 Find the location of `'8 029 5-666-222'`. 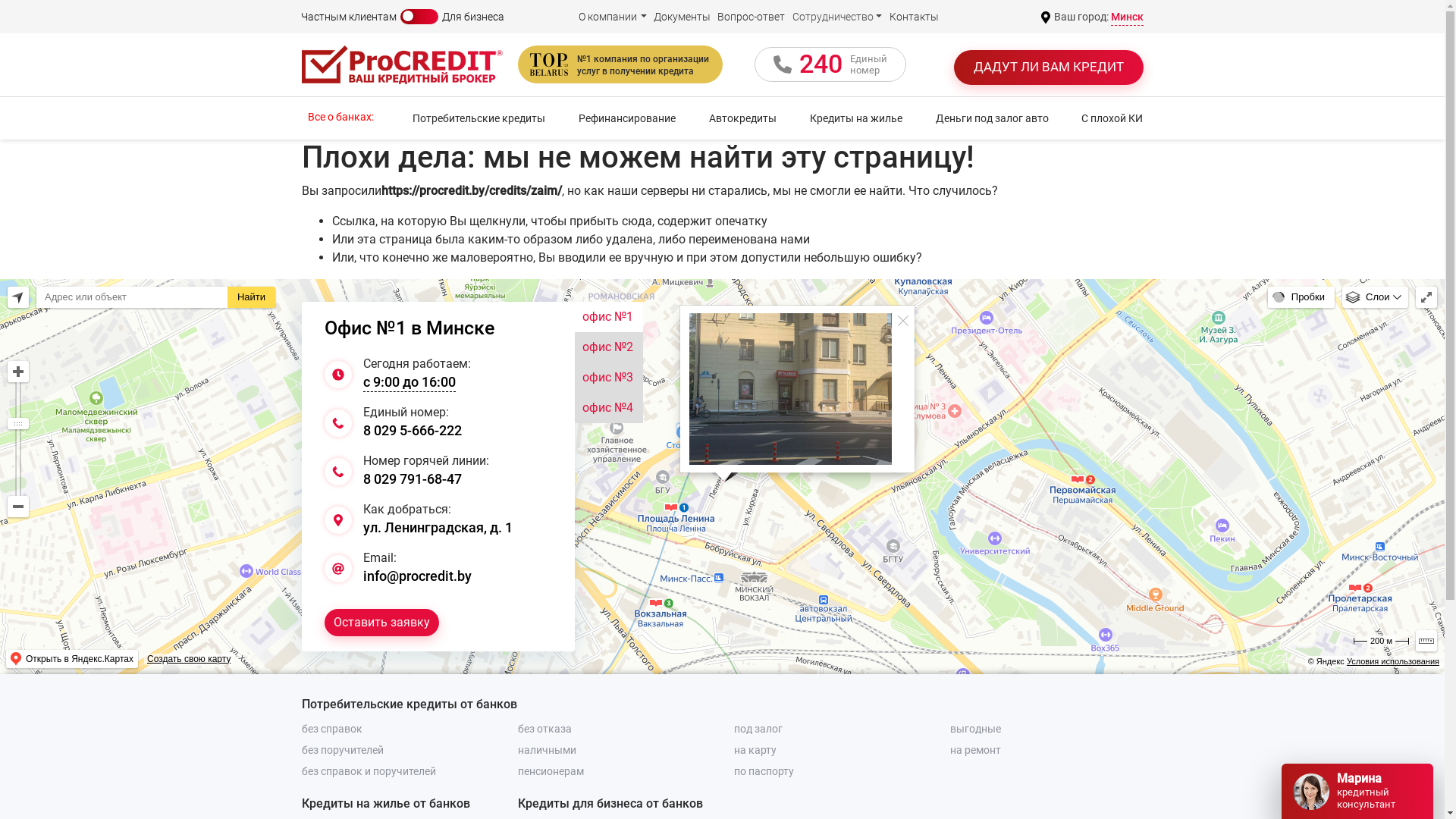

'8 029 5-666-222' is located at coordinates (411, 429).